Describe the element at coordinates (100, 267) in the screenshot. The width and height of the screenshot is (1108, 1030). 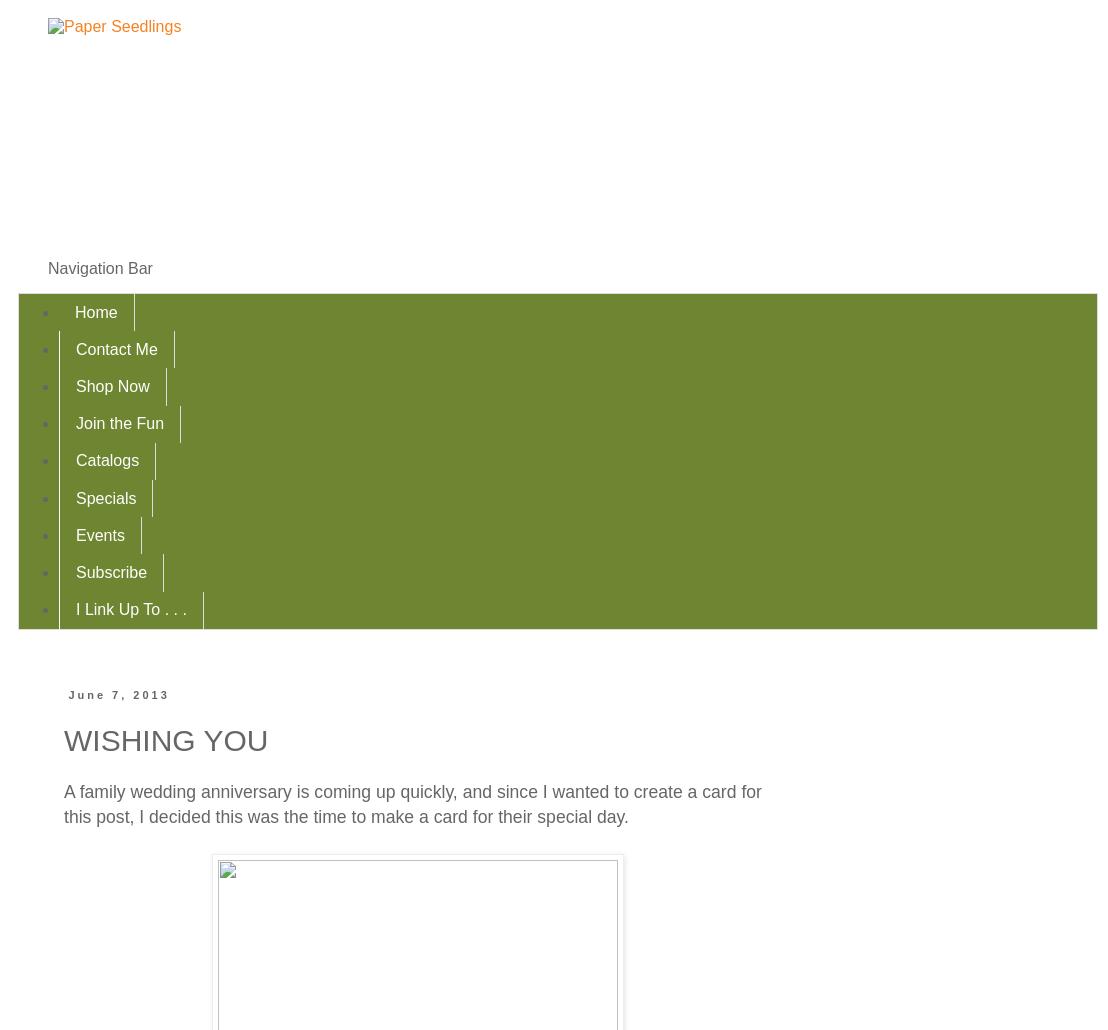
I see `'Navigation Bar'` at that location.